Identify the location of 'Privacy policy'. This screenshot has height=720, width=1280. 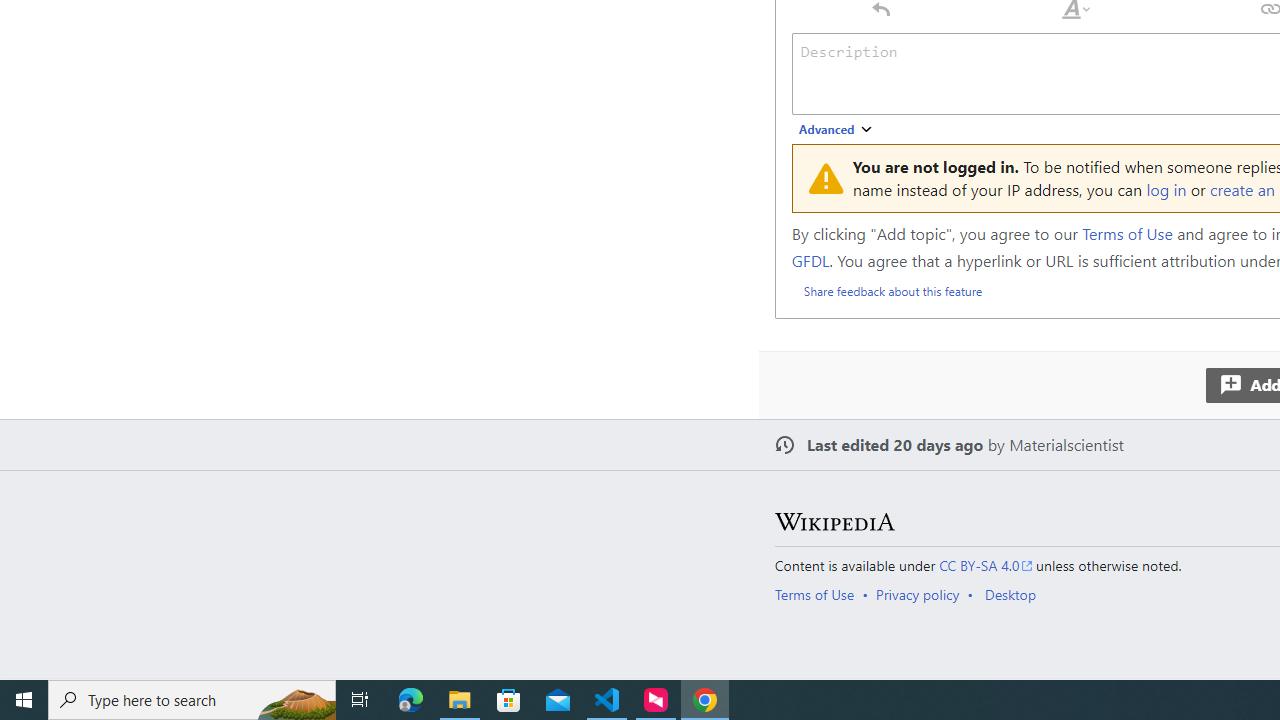
(916, 593).